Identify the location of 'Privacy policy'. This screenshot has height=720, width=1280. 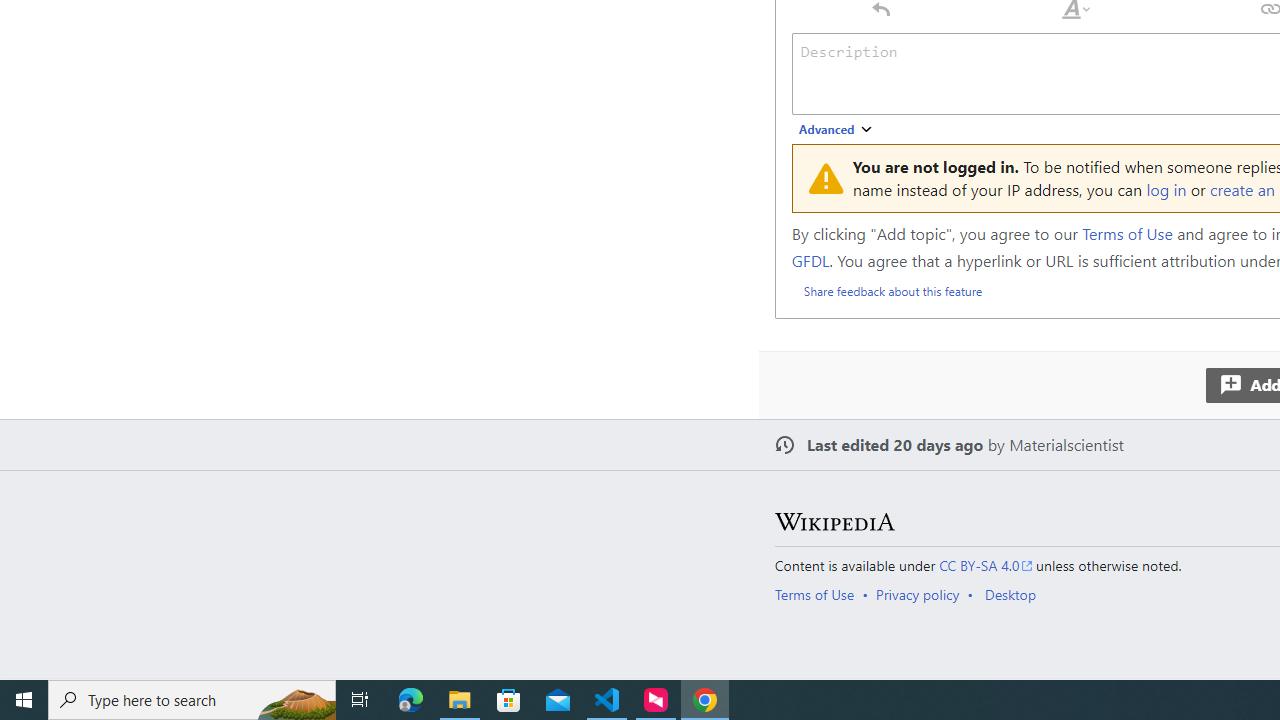
(916, 593).